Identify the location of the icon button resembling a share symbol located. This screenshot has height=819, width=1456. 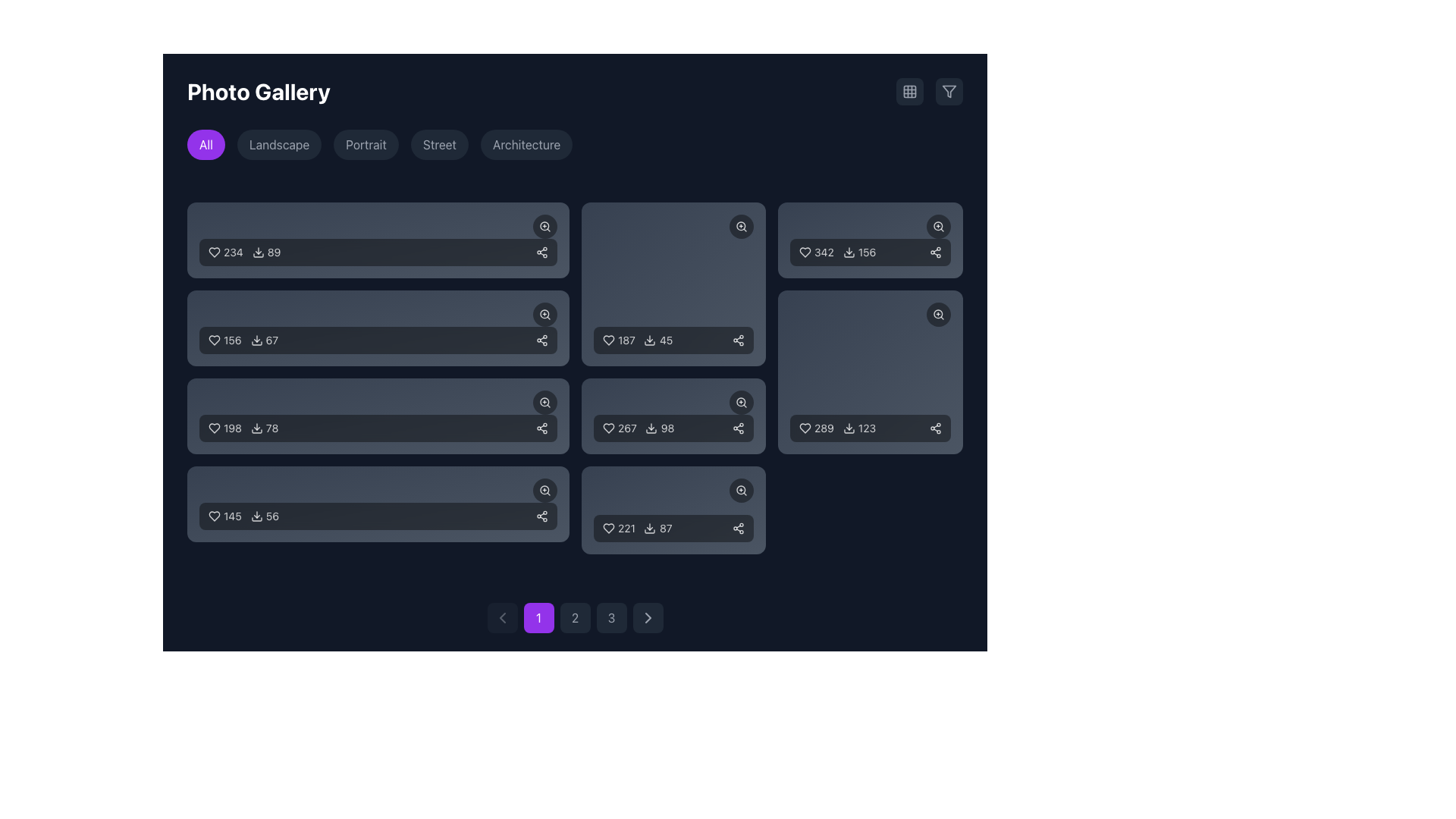
(541, 428).